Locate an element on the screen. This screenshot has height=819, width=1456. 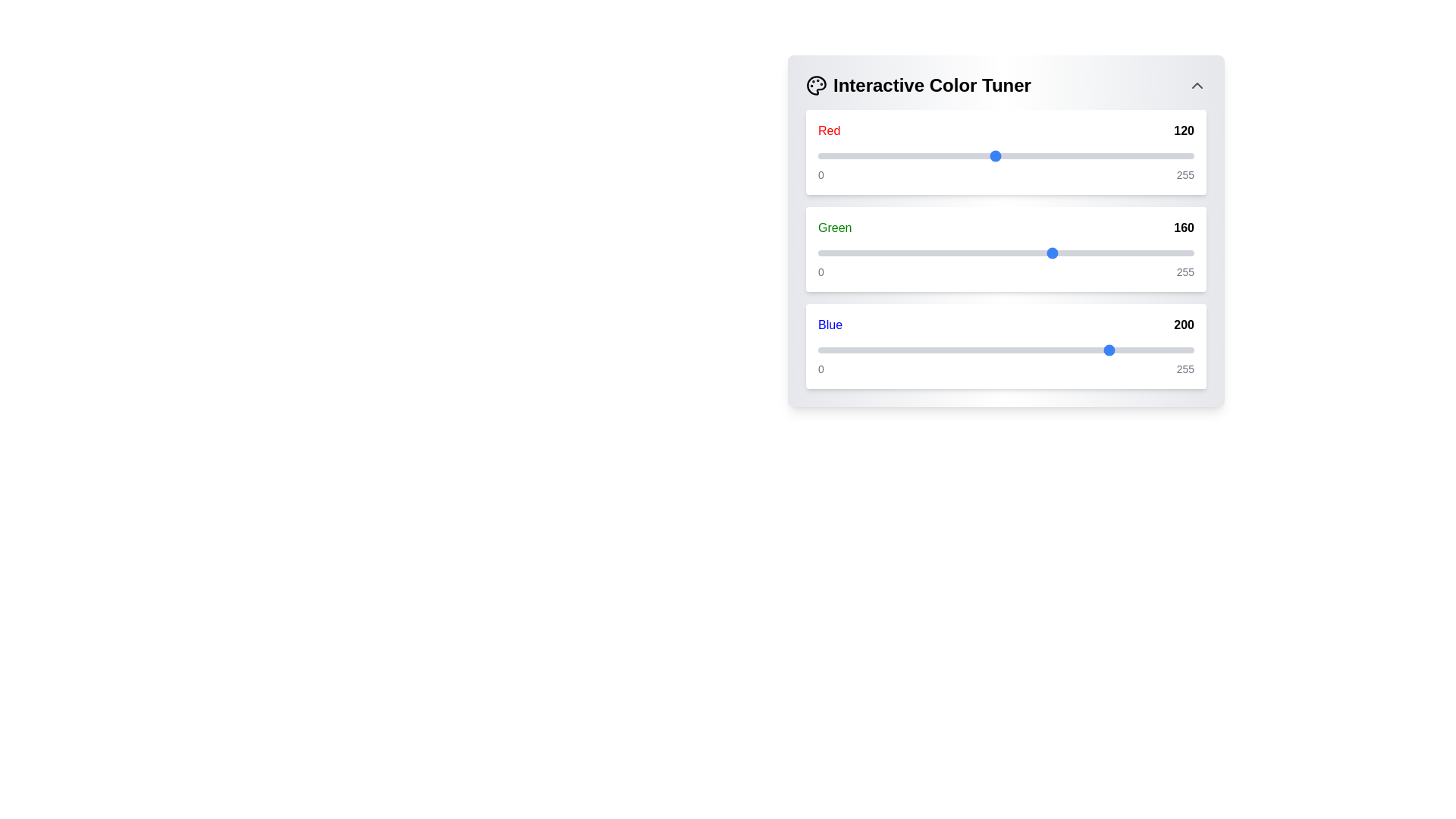
the Blue slider value is located at coordinates (835, 350).